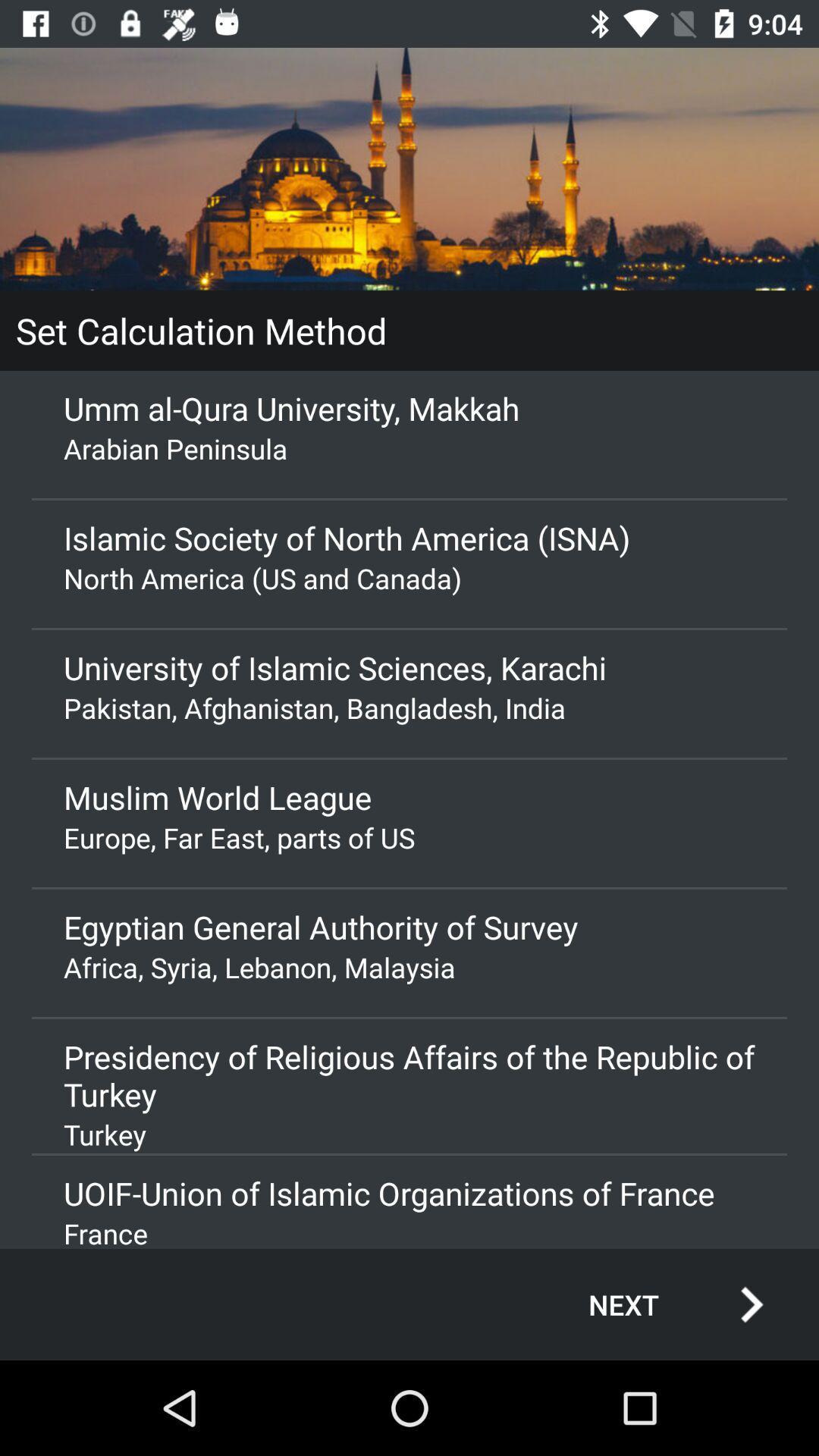  What do you see at coordinates (409, 966) in the screenshot?
I see `africa syria lebanon app` at bounding box center [409, 966].